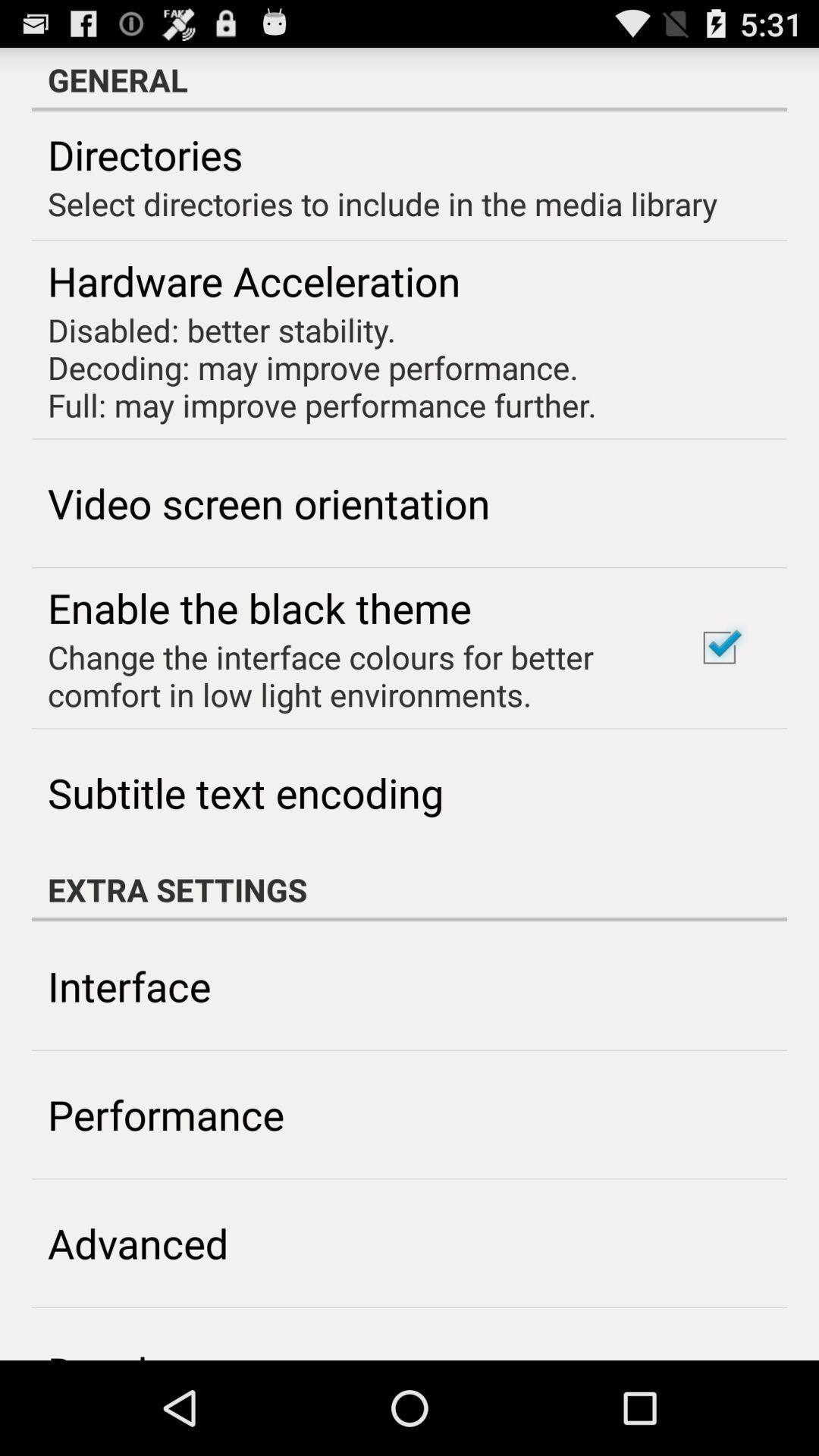  What do you see at coordinates (321, 367) in the screenshot?
I see `disabled better stability item` at bounding box center [321, 367].